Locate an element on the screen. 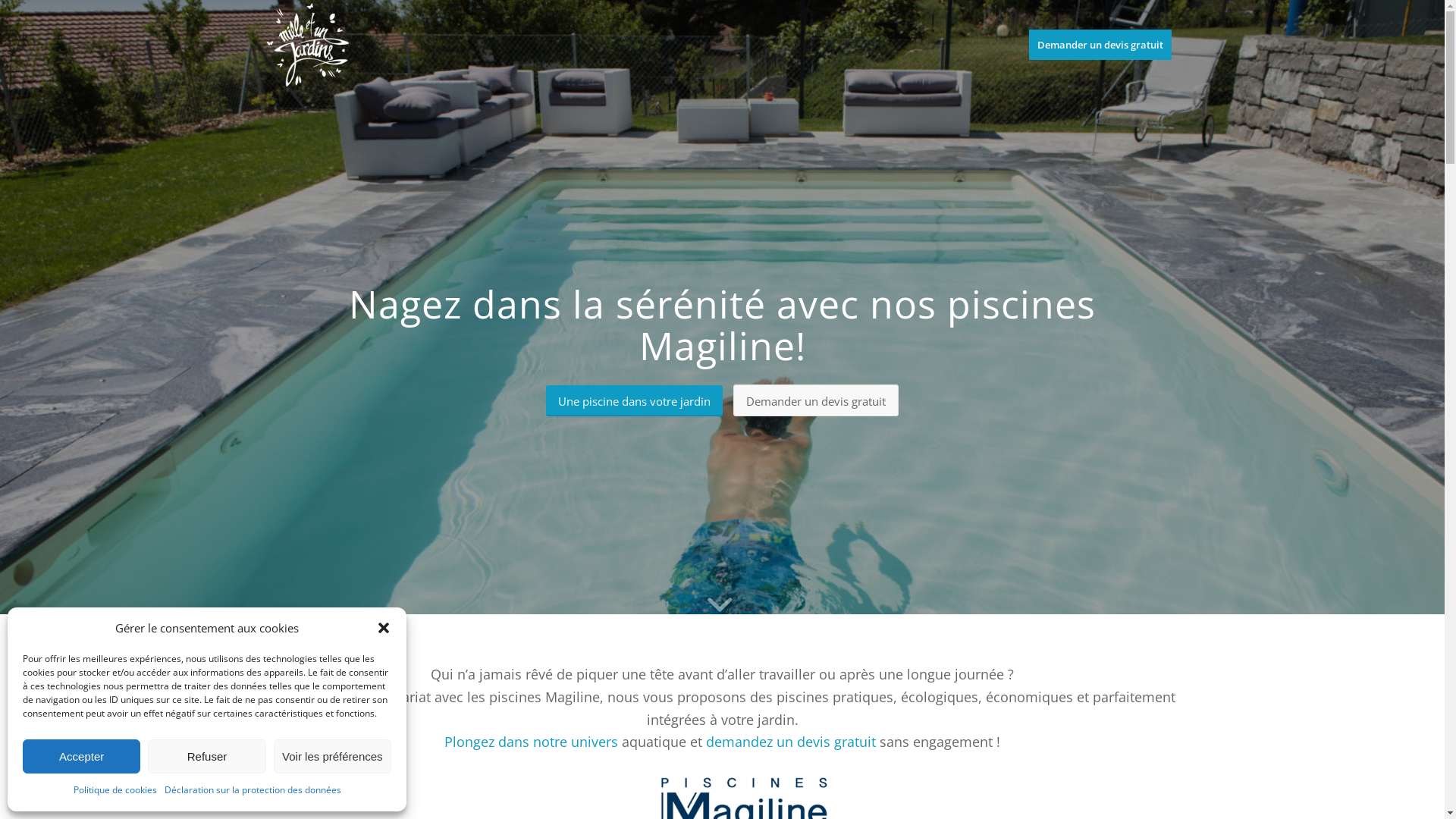 The height and width of the screenshot is (819, 1456). 'Accepter' is located at coordinates (22, 756).